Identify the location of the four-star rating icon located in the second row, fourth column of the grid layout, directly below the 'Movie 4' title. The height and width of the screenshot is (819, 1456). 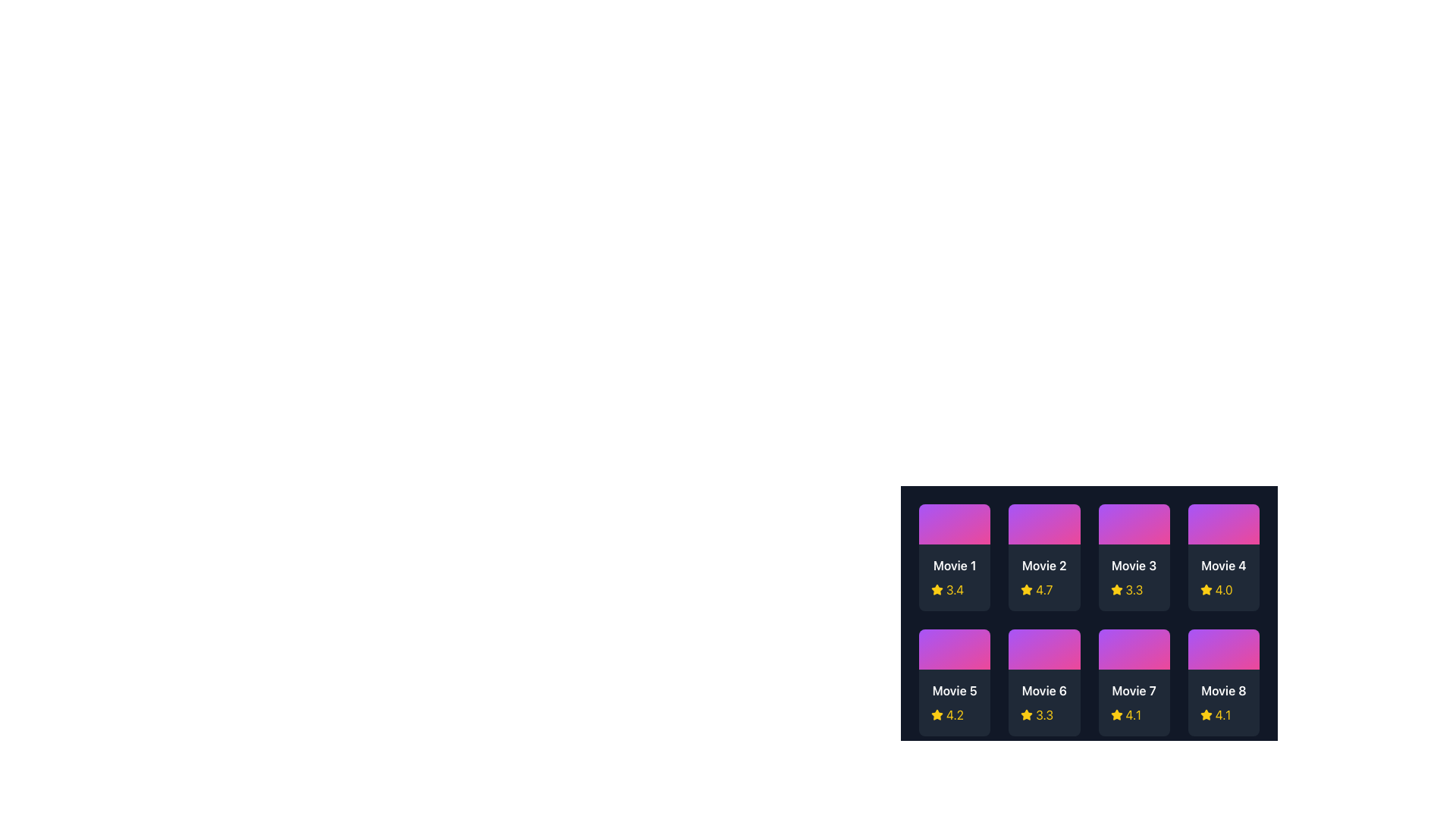
(1205, 589).